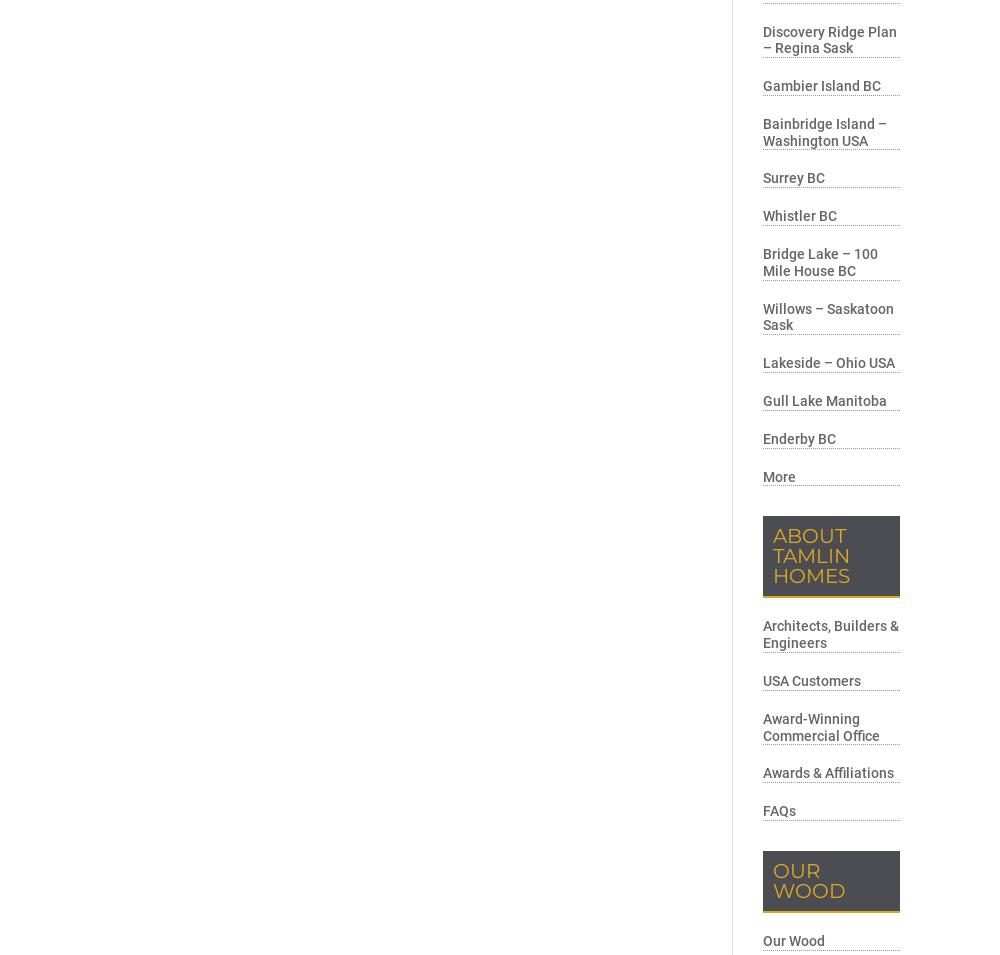 This screenshot has width=1000, height=955. What do you see at coordinates (811, 556) in the screenshot?
I see `'About Tamlin Homes'` at bounding box center [811, 556].